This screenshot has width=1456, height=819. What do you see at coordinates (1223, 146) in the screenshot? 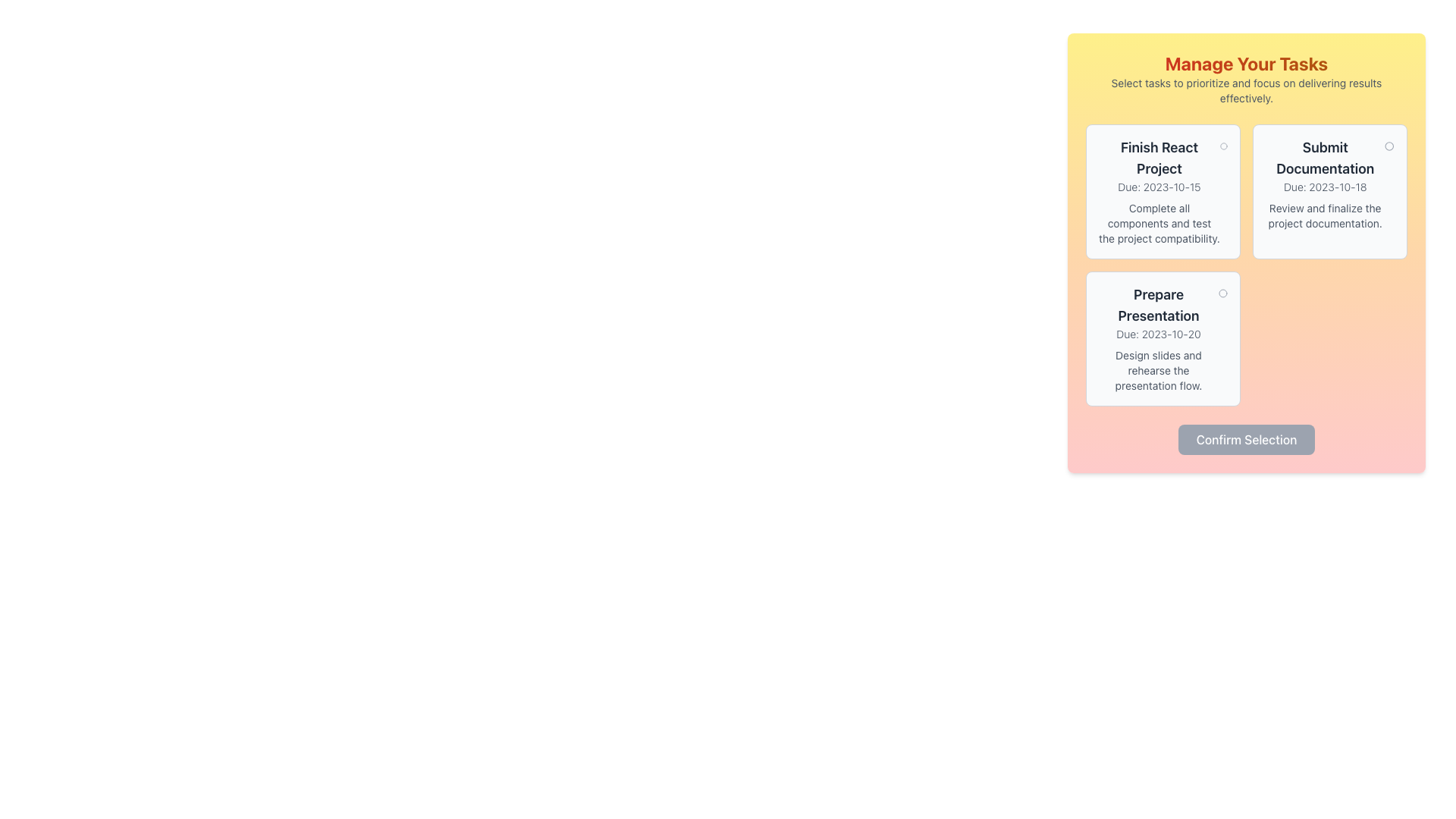
I see `the Circle icon located at the upper-right corner of the 'Finish React Project' task card to interact with it` at bounding box center [1223, 146].